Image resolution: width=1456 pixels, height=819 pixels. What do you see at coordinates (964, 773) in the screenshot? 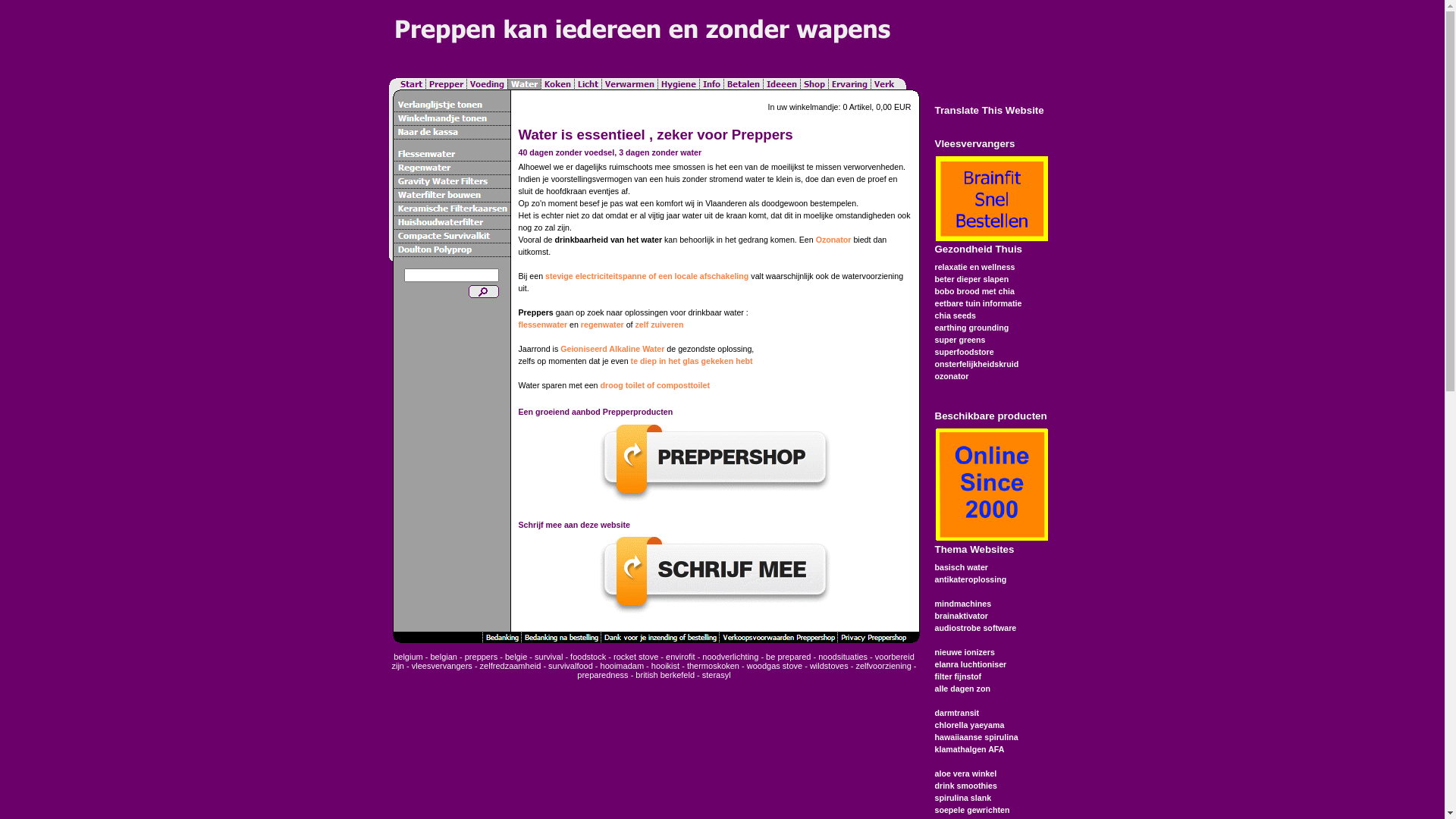
I see `'aloe vera winkel'` at bounding box center [964, 773].